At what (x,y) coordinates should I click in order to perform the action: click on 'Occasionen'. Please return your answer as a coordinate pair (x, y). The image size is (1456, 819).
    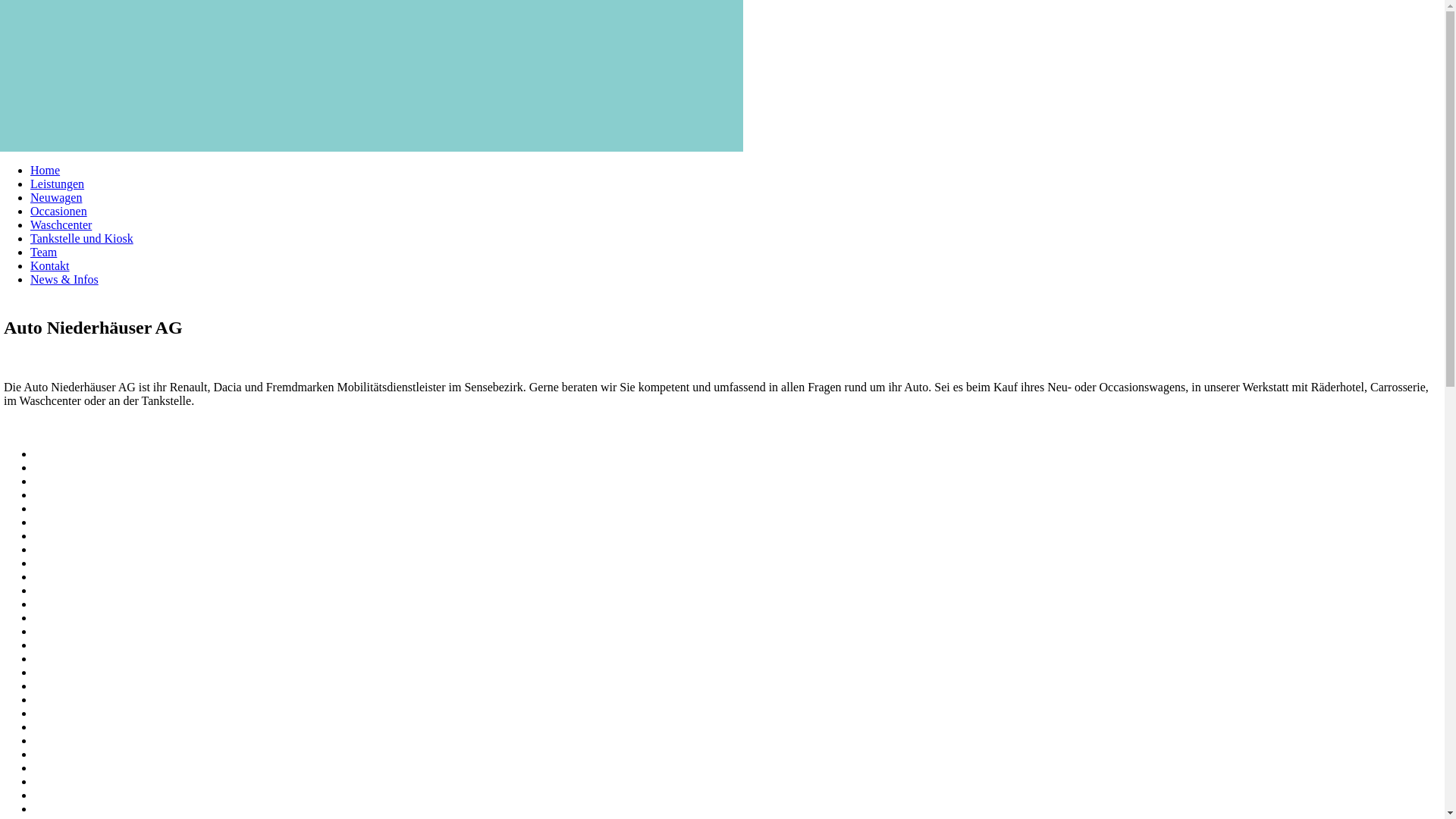
    Looking at the image, I should click on (58, 211).